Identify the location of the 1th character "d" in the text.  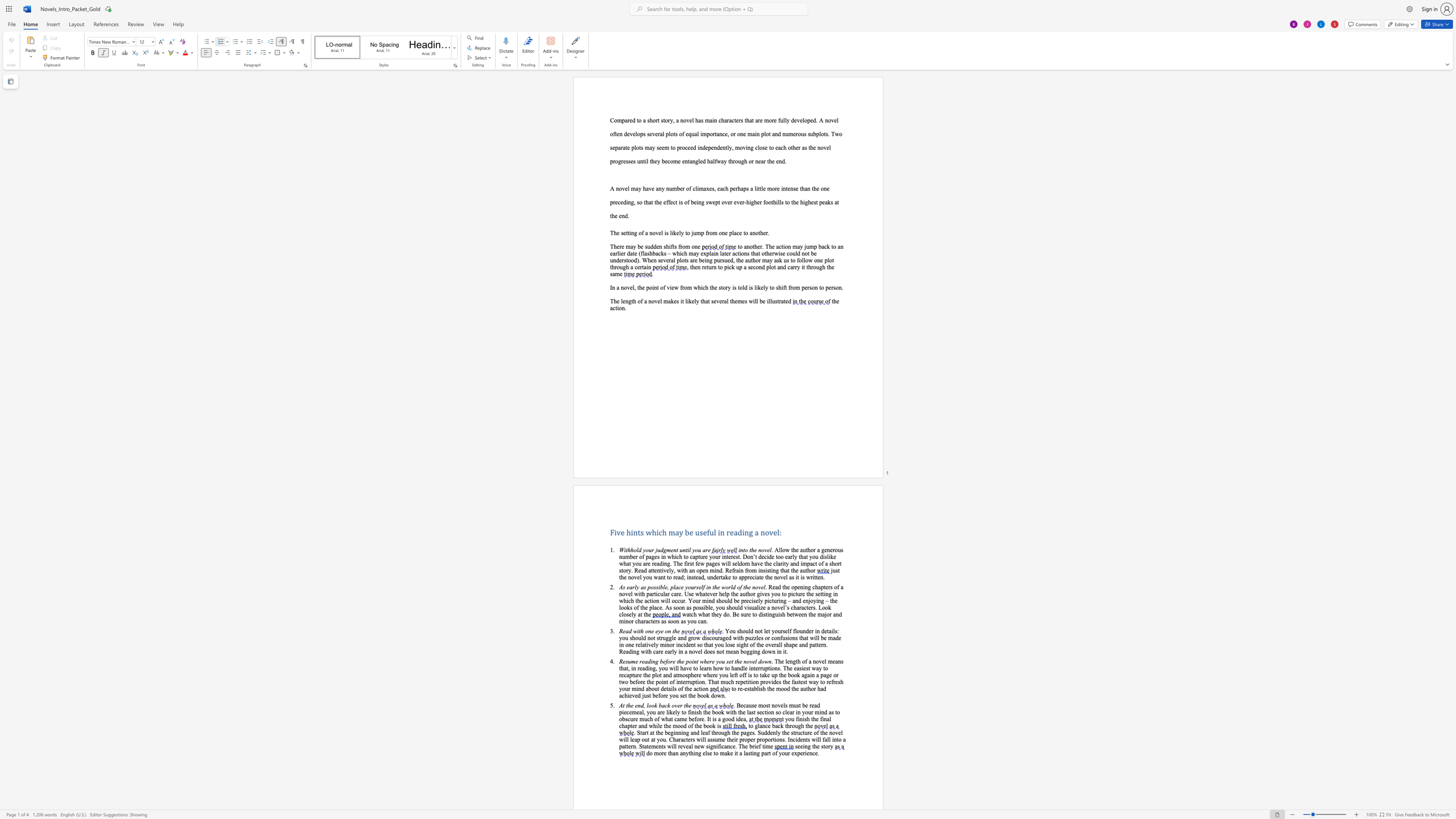
(641, 705).